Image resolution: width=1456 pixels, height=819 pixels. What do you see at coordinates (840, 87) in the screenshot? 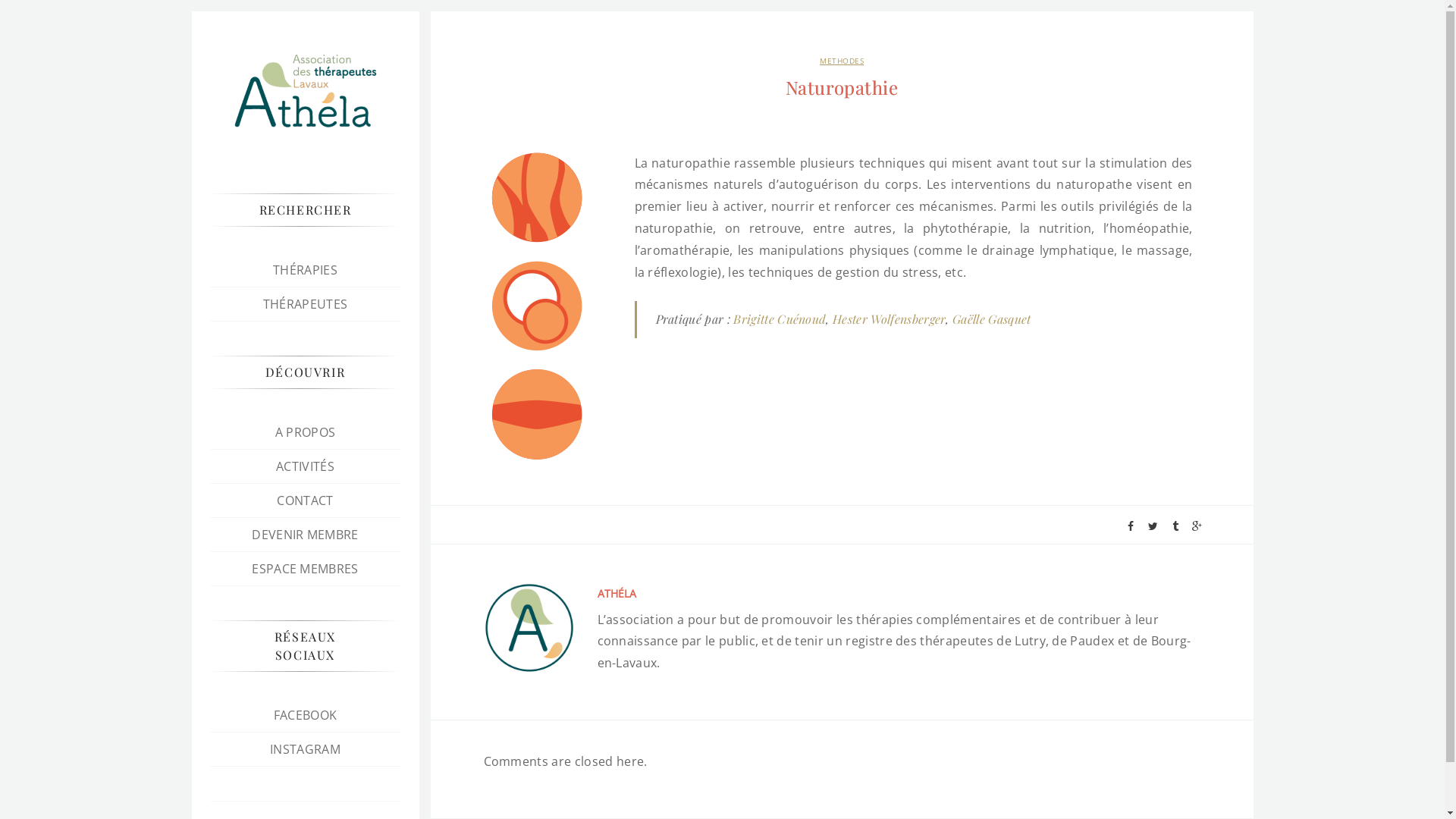
I see `'Naturopathie'` at bounding box center [840, 87].